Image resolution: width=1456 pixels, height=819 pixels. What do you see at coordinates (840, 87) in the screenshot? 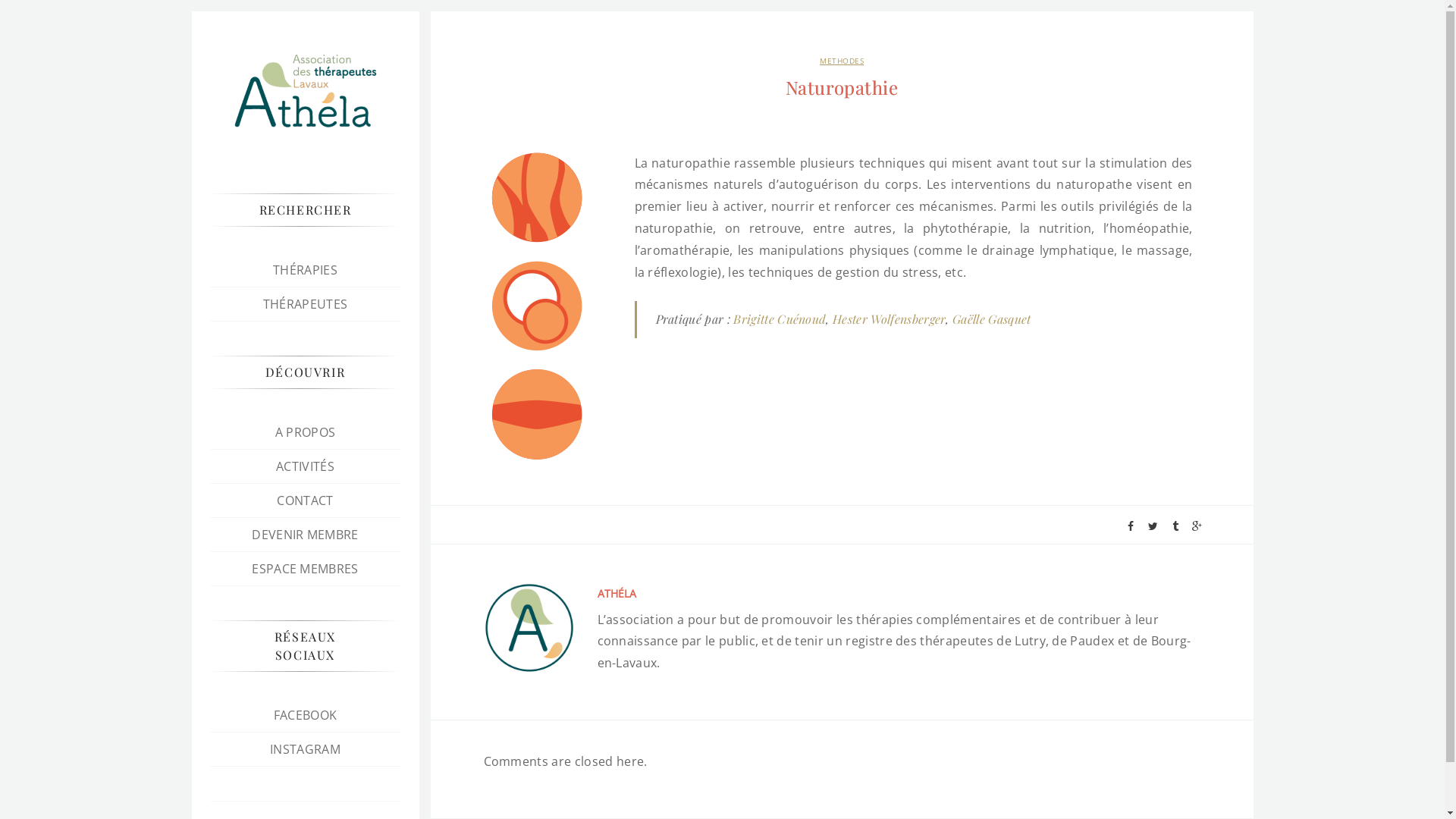
I see `'Naturopathie'` at bounding box center [840, 87].